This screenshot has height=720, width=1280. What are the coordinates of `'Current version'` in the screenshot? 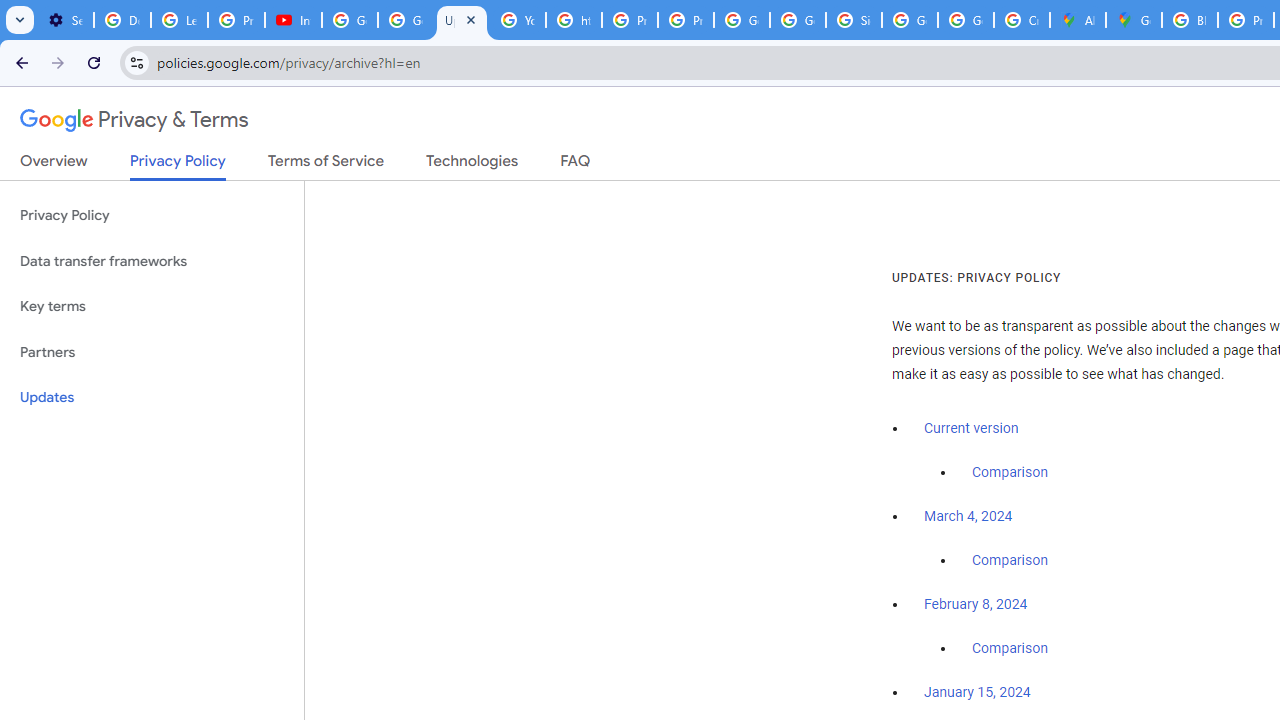 It's located at (971, 427).